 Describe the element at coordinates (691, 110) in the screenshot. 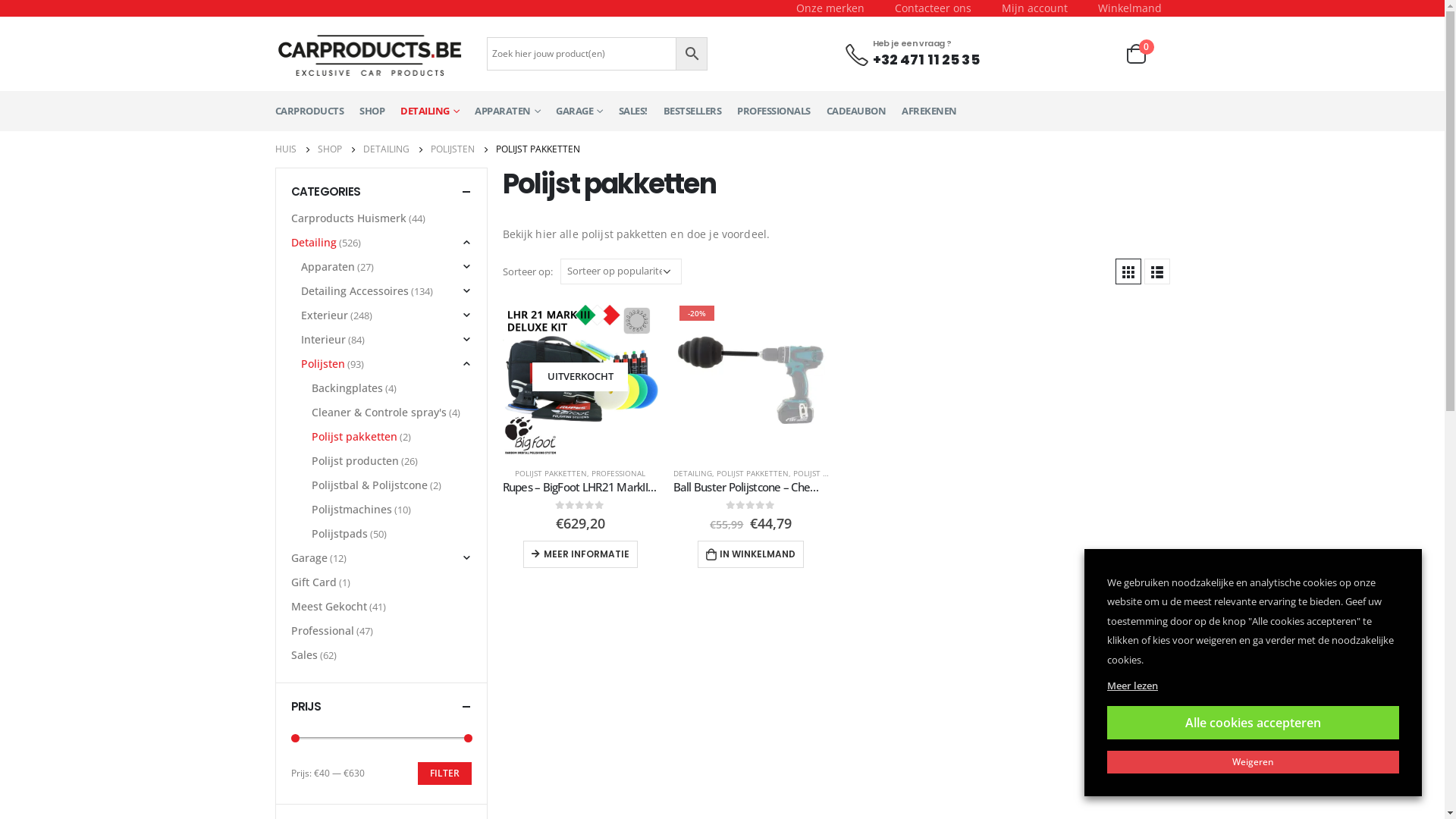

I see `'BESTSELLERS'` at that location.